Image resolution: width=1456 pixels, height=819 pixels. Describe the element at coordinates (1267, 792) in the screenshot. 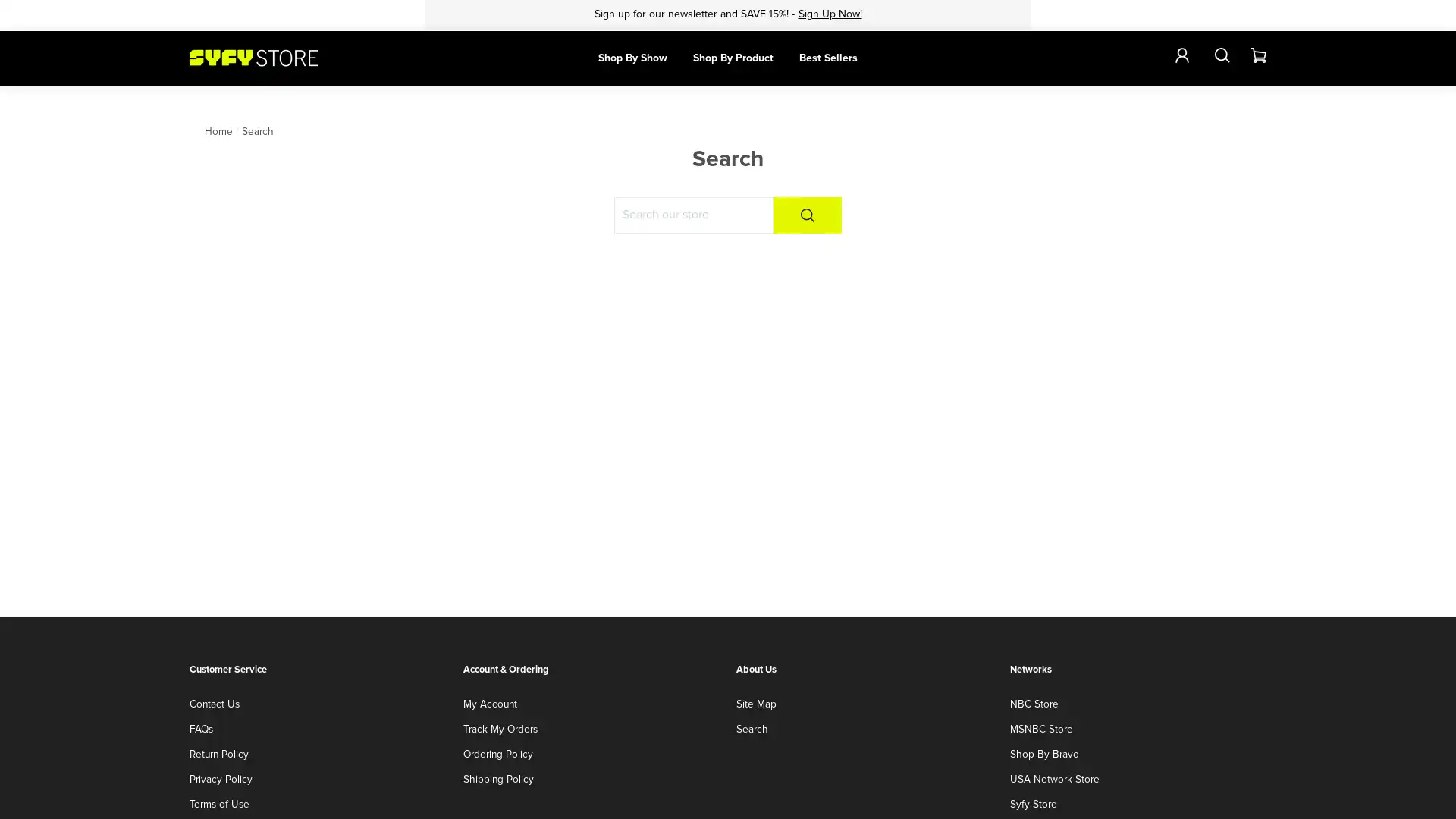

I see `Manage Cookies` at that location.